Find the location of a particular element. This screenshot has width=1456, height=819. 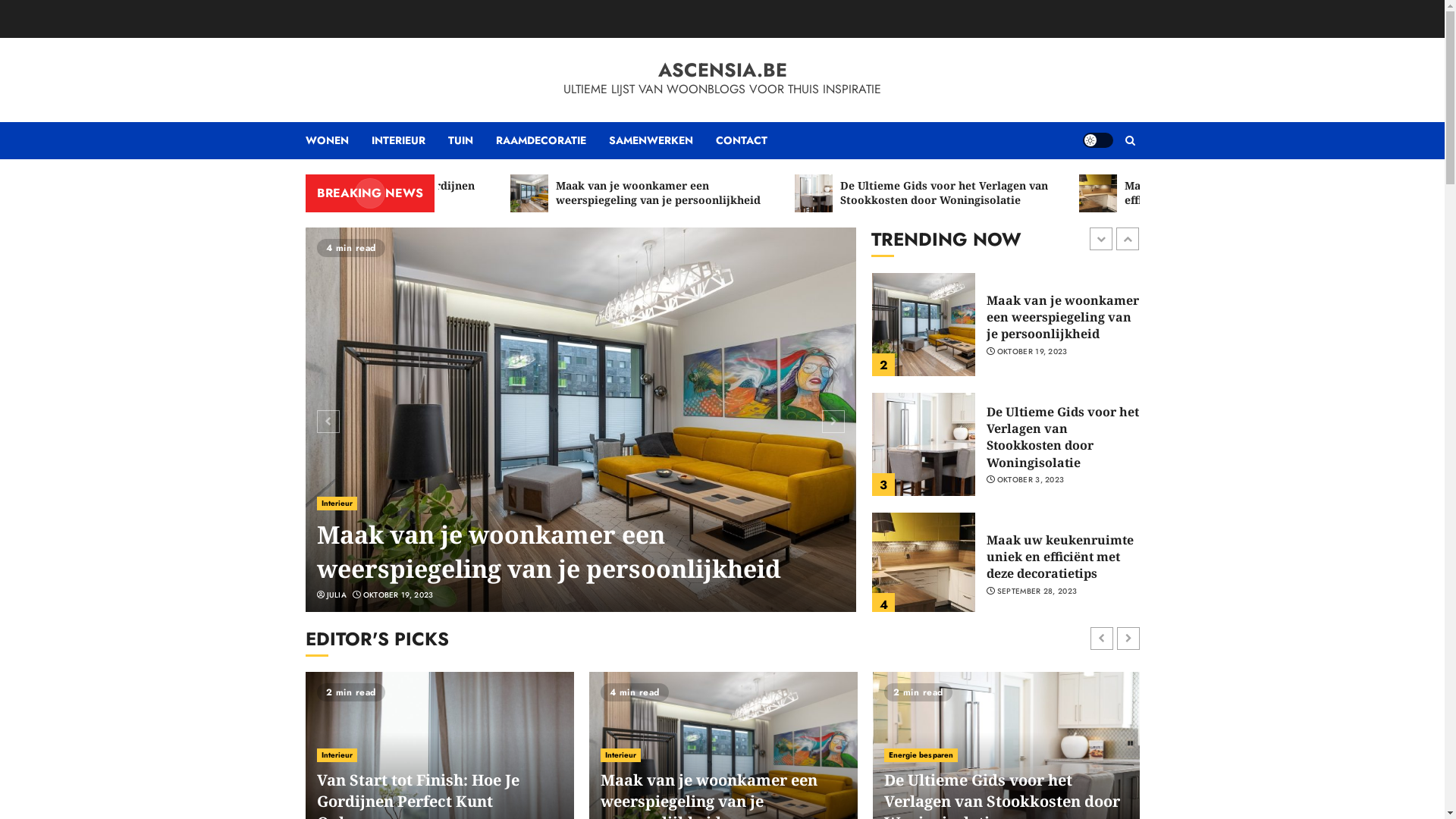

'NOVEMBER 8, 2023' is located at coordinates (400, 595).